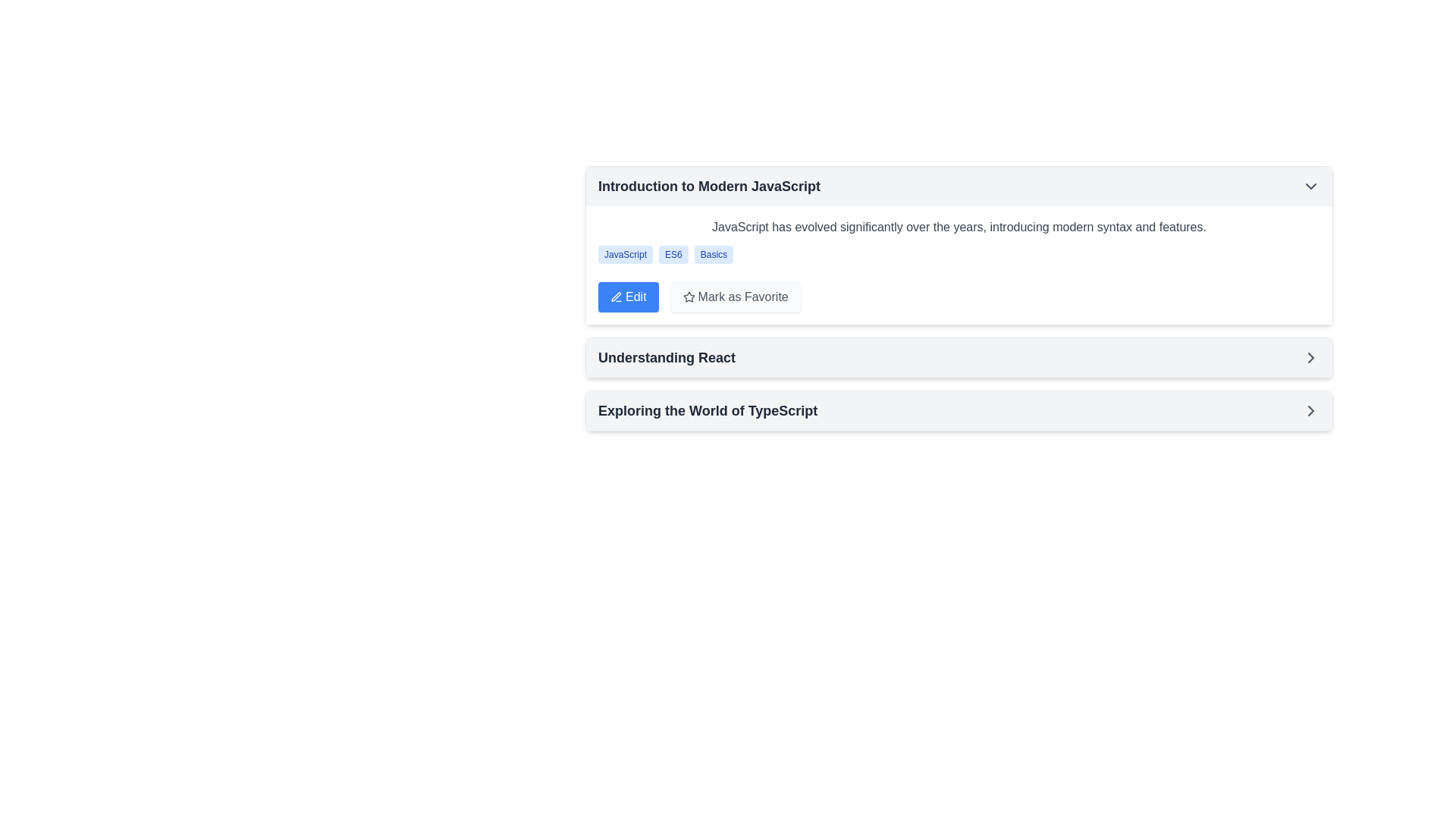  Describe the element at coordinates (959, 227) in the screenshot. I see `the static text element providing an introduction or summary in the 'Introduction to Modern JavaScript' card, located above the tags 'JavaScript', 'ES6', and 'Basics'` at that location.